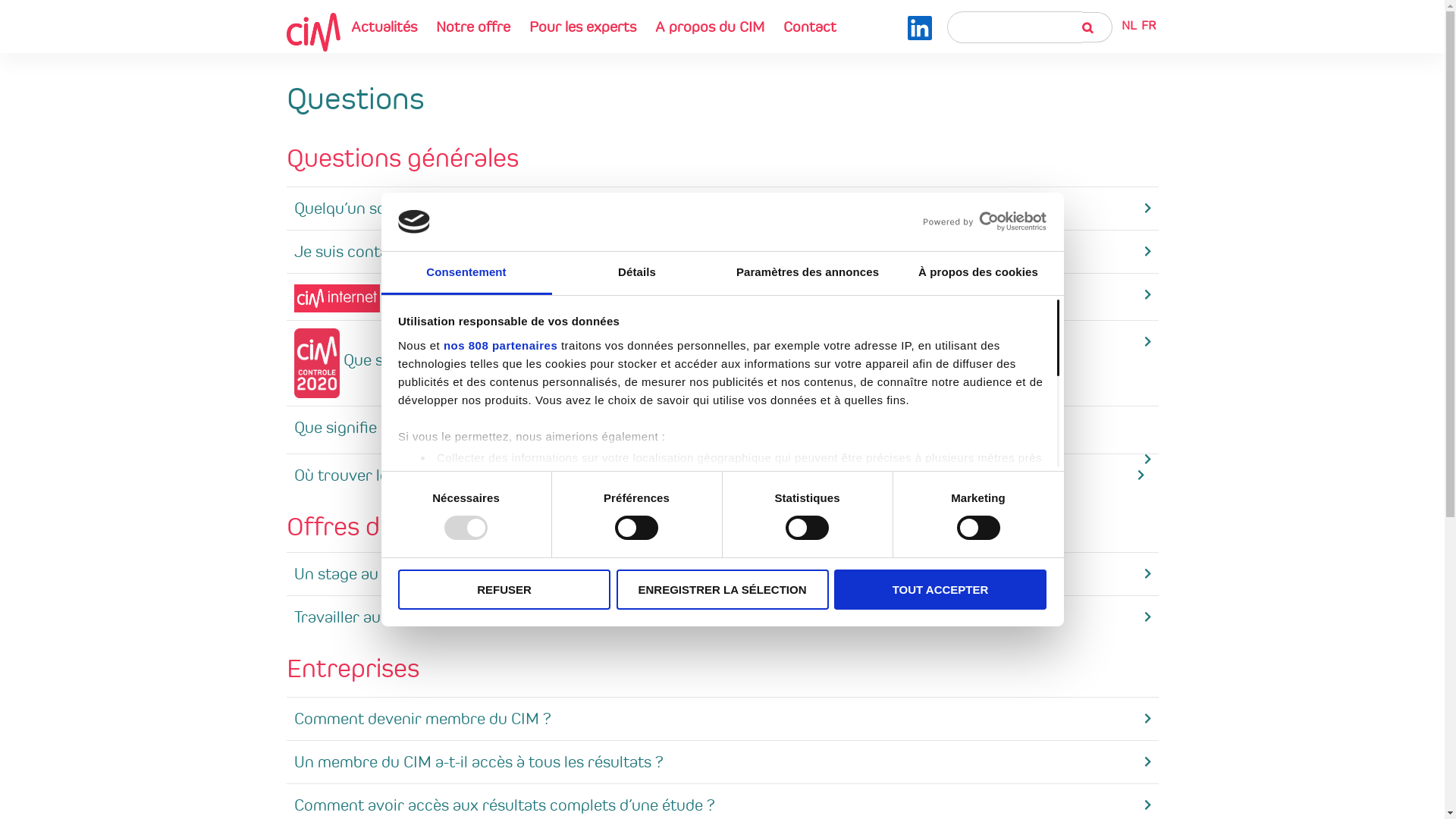 The width and height of the screenshot is (1456, 819). Describe the element at coordinates (581, 26) in the screenshot. I see `'Pour les experts'` at that location.